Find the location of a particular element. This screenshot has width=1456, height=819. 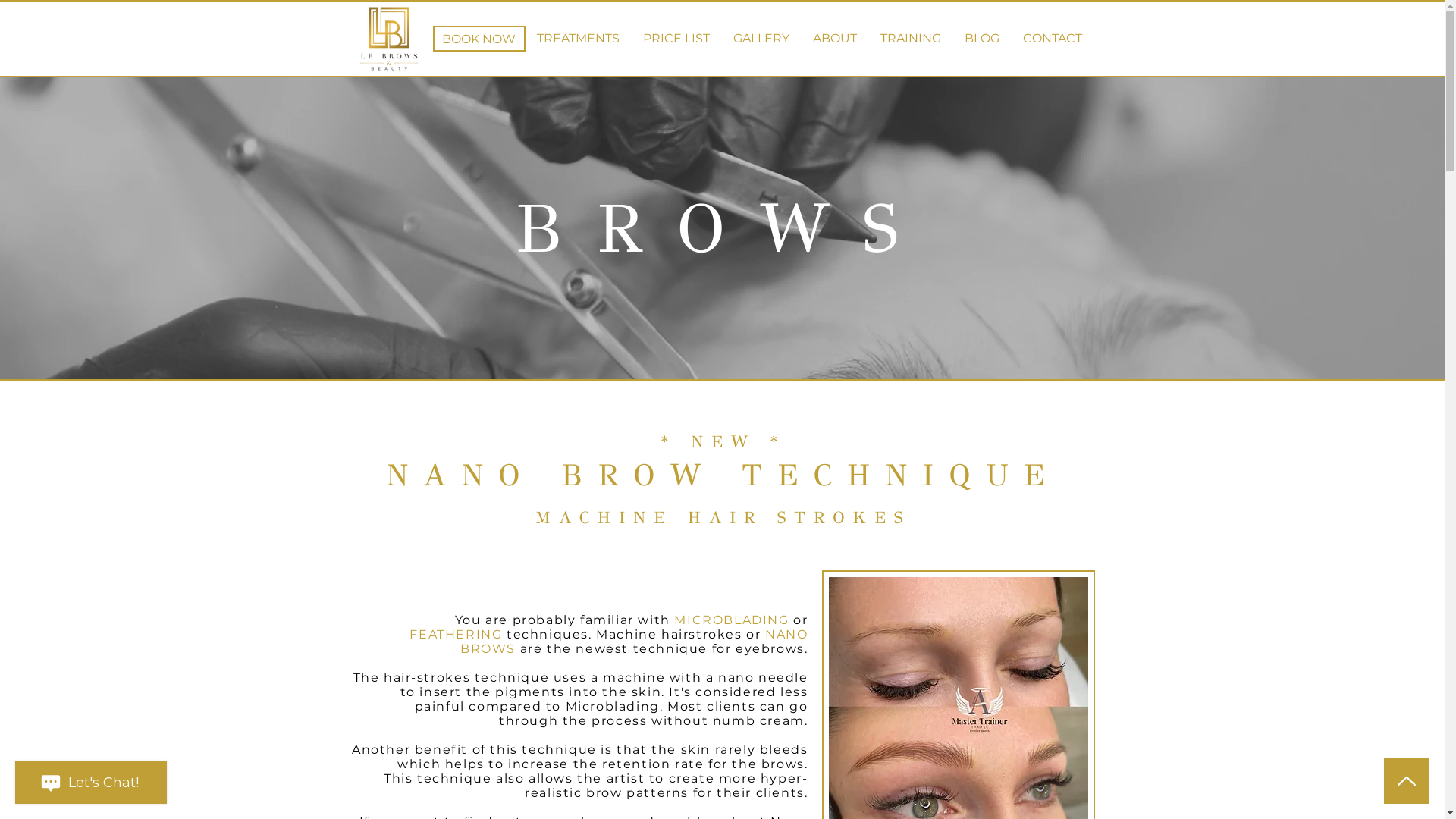

'CONTACT' is located at coordinates (1012, 37).